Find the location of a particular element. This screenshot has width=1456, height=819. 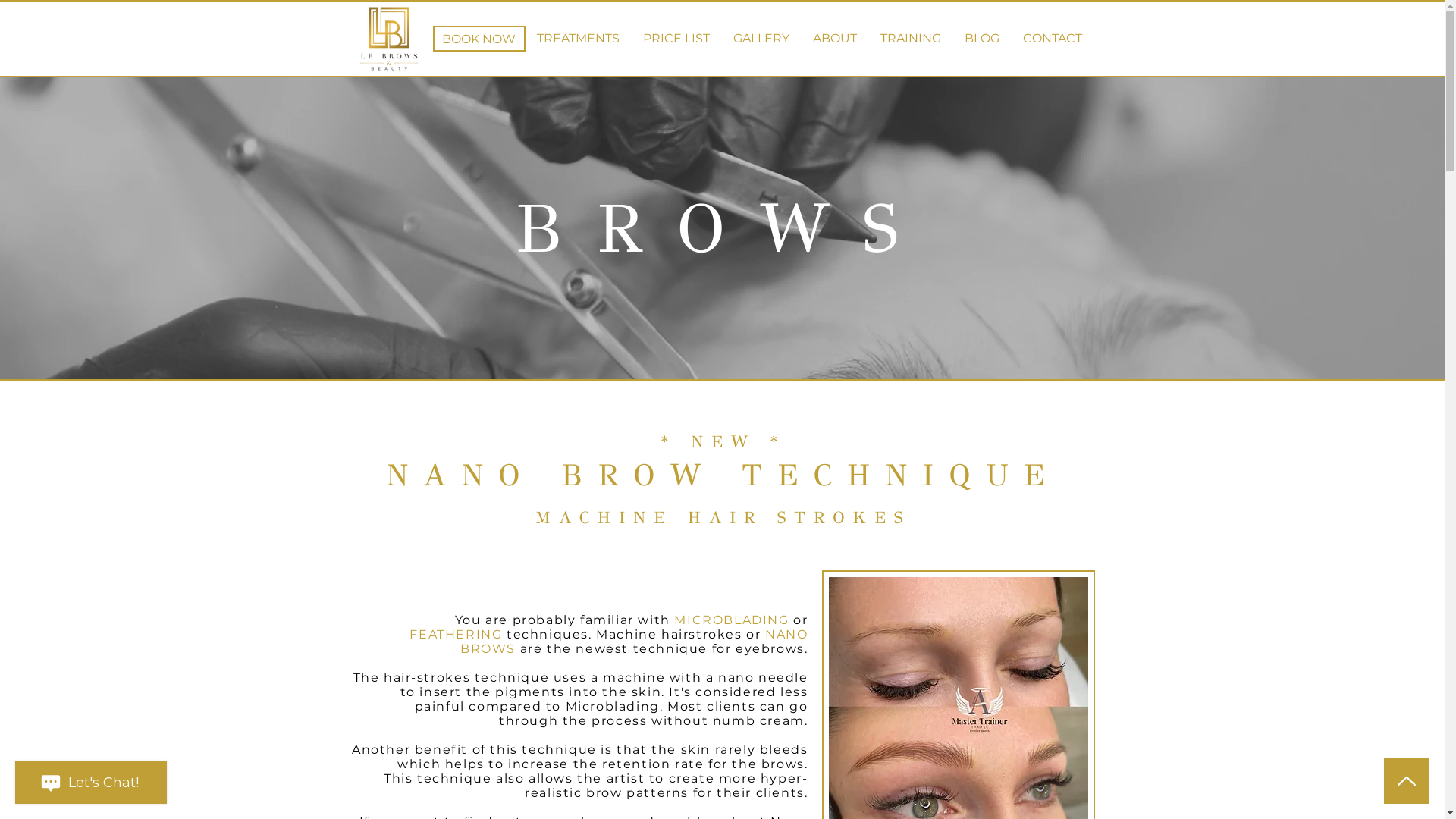

'CONTACT' is located at coordinates (1012, 37).